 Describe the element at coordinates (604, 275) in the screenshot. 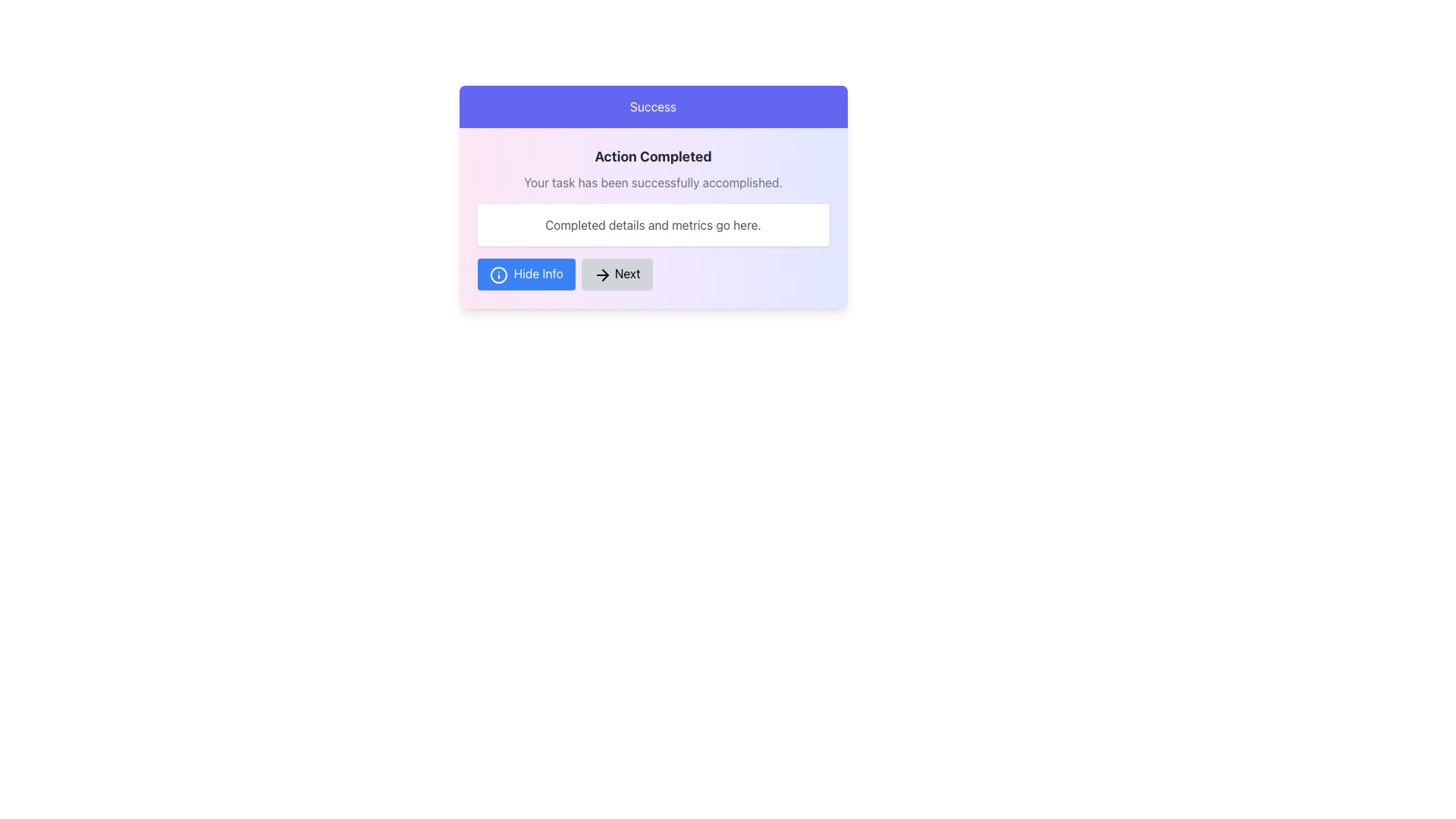

I see `the rightward-pointing arrowhead of the 'Next' button` at that location.